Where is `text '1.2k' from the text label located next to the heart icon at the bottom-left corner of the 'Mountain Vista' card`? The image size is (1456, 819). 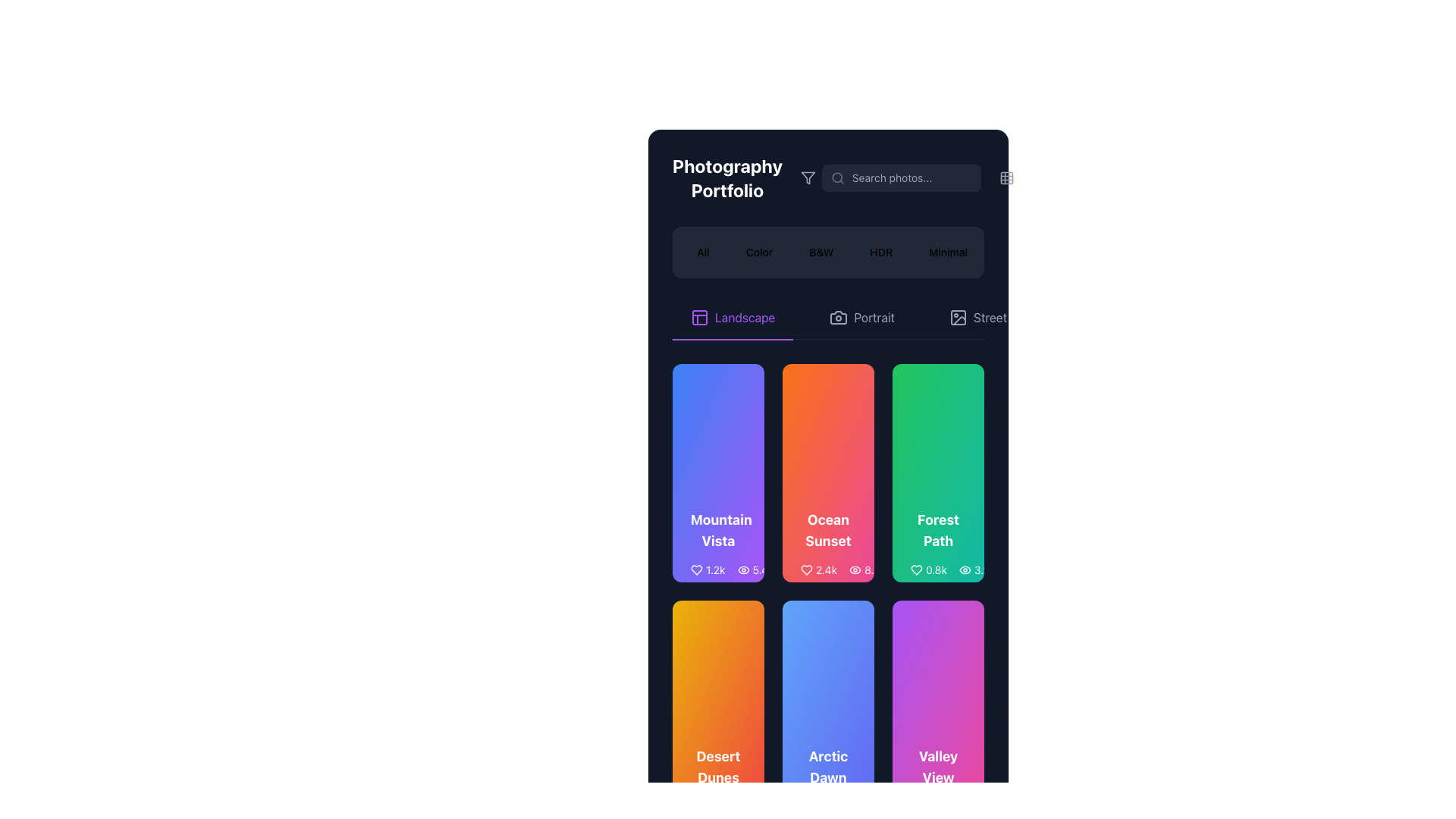
text '1.2k' from the text label located next to the heart icon at the bottom-left corner of the 'Mountain Vista' card is located at coordinates (714, 570).